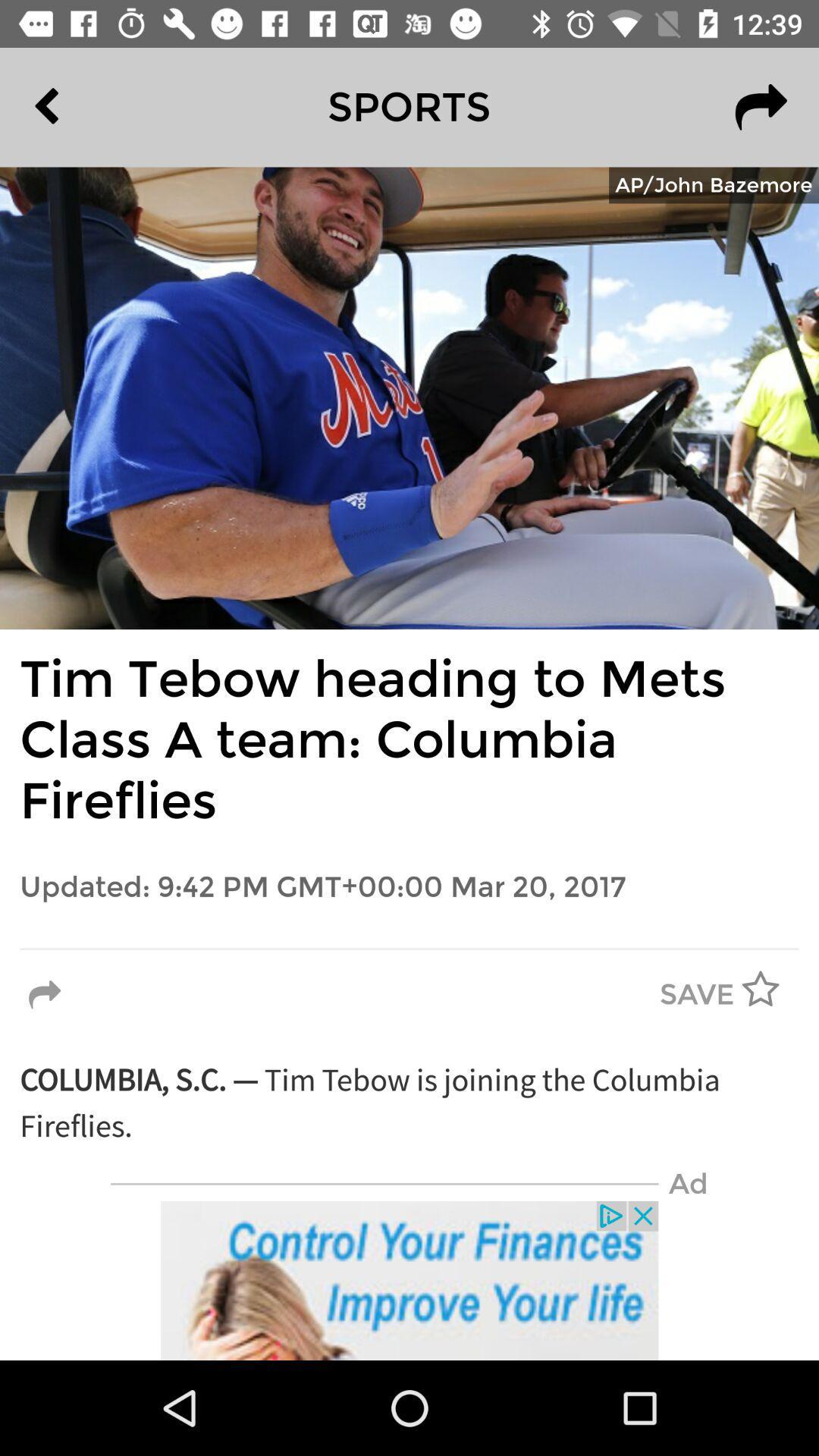 This screenshot has width=819, height=1456. Describe the element at coordinates (48, 996) in the screenshot. I see `icon which is left to save` at that location.